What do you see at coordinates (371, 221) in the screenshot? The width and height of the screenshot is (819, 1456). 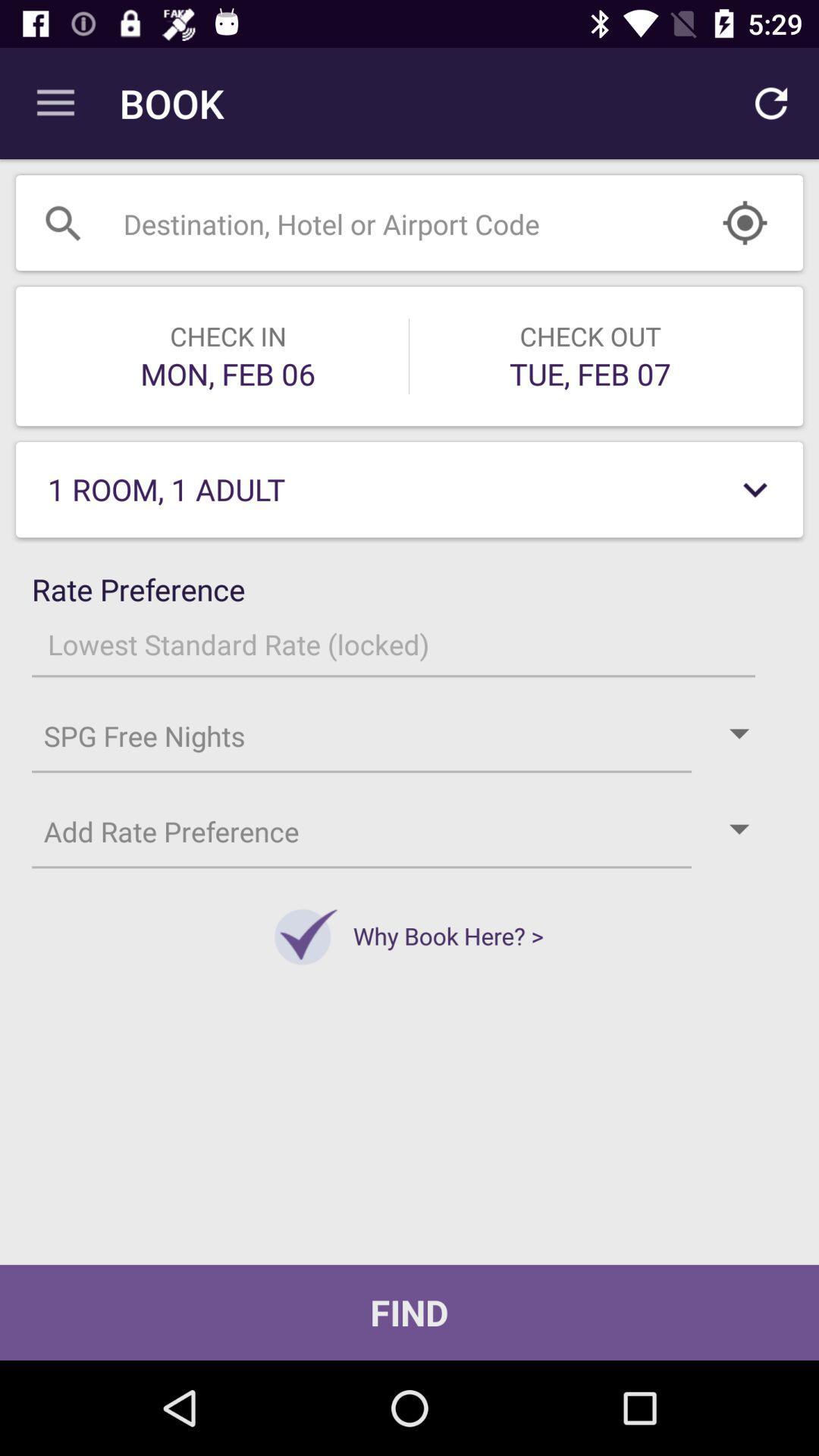 I see `search number here` at bounding box center [371, 221].